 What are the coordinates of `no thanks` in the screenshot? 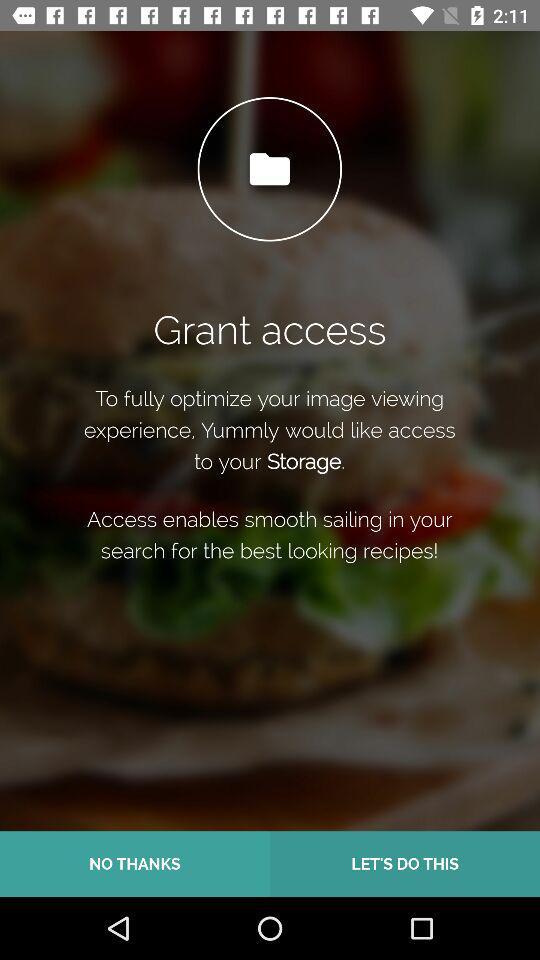 It's located at (135, 863).